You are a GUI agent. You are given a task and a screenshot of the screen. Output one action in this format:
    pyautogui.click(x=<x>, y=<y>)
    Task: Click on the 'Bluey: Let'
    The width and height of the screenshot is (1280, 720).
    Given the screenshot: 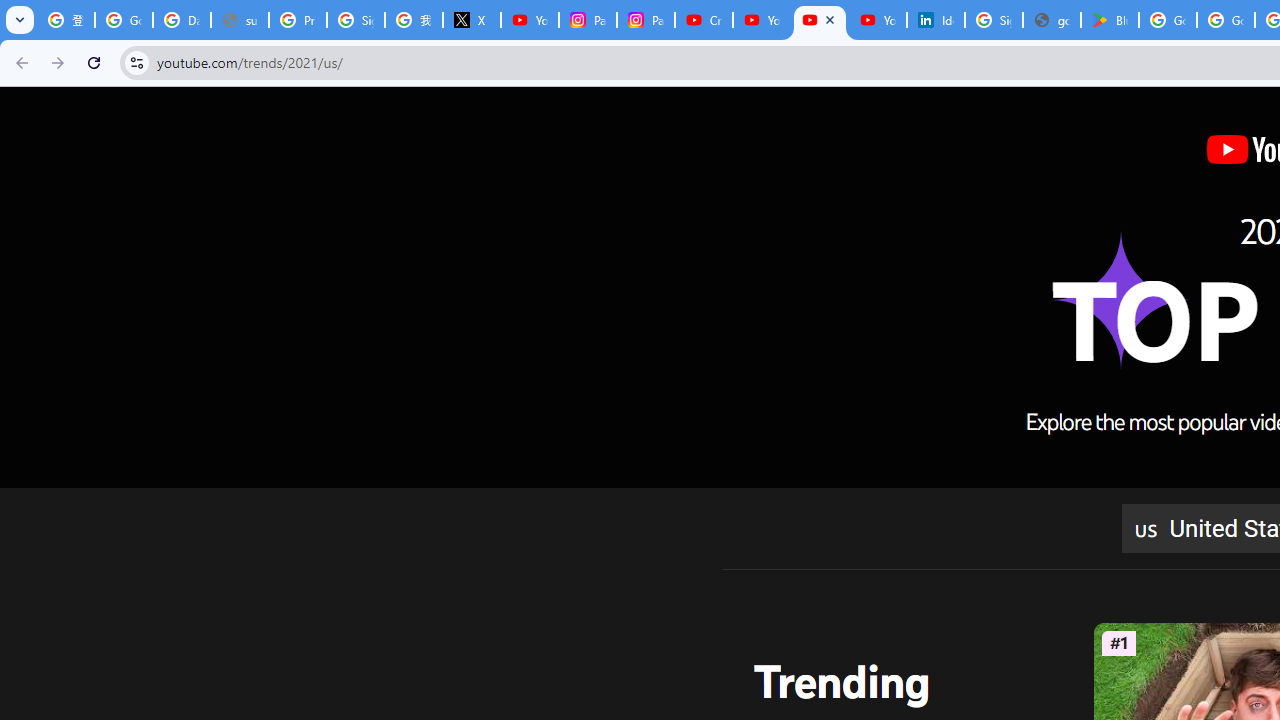 What is the action you would take?
    pyautogui.click(x=1109, y=20)
    